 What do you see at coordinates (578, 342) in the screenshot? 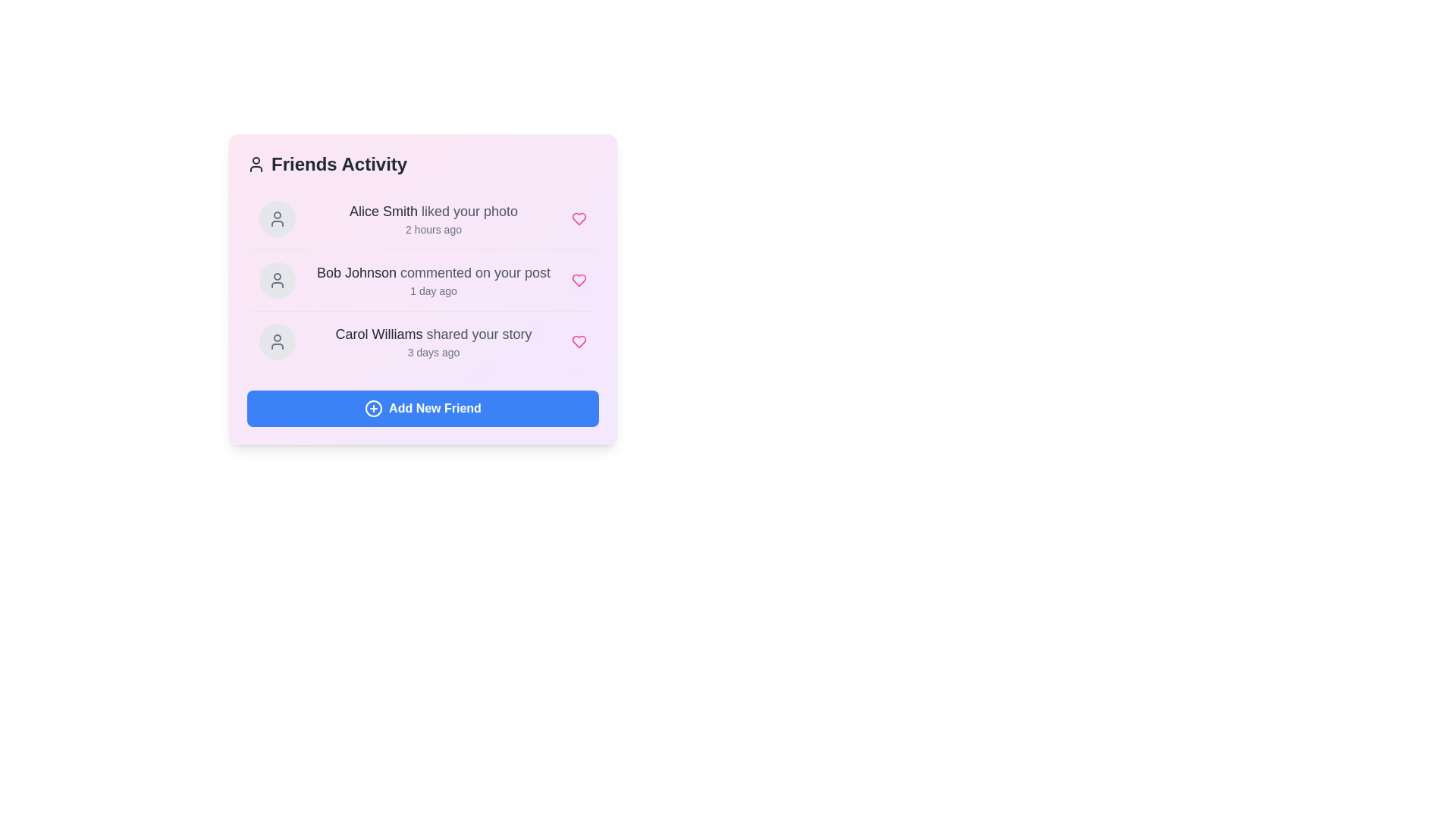
I see `the heart icon next to the activity of Carol Williams to like it` at bounding box center [578, 342].